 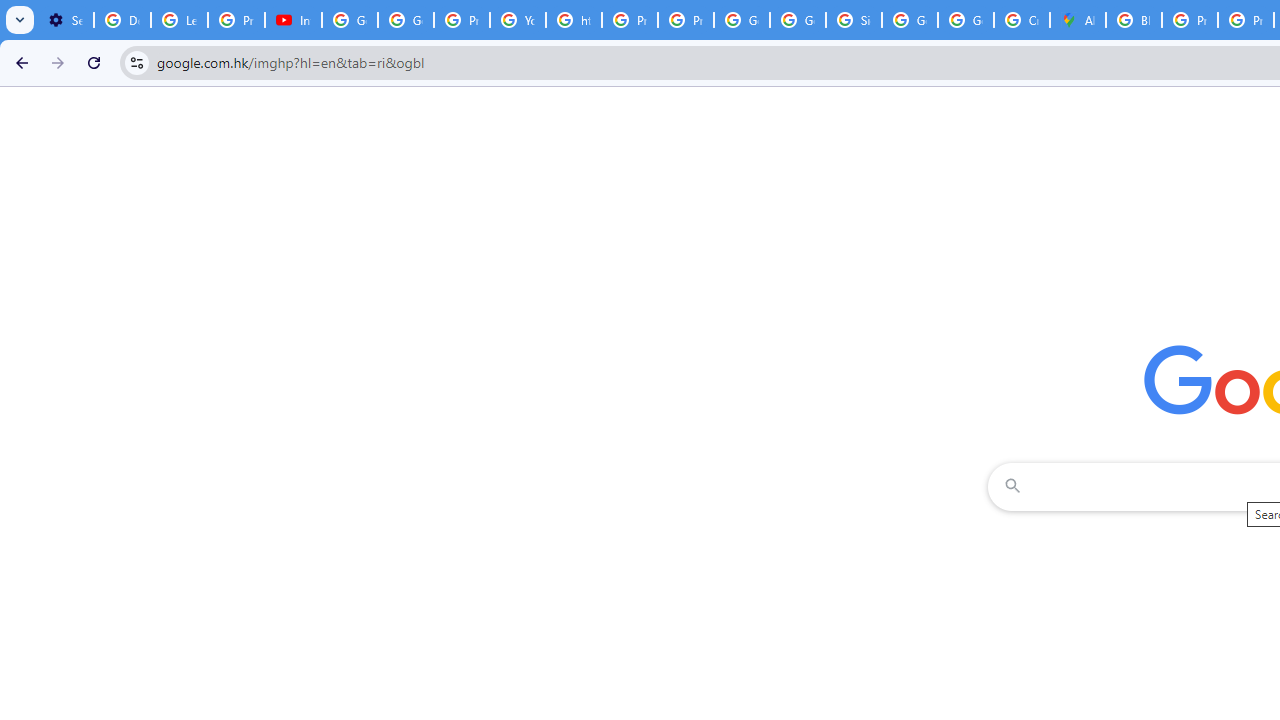 I want to click on 'Delete photos & videos - Computer - Google Photos Help', so click(x=121, y=20).